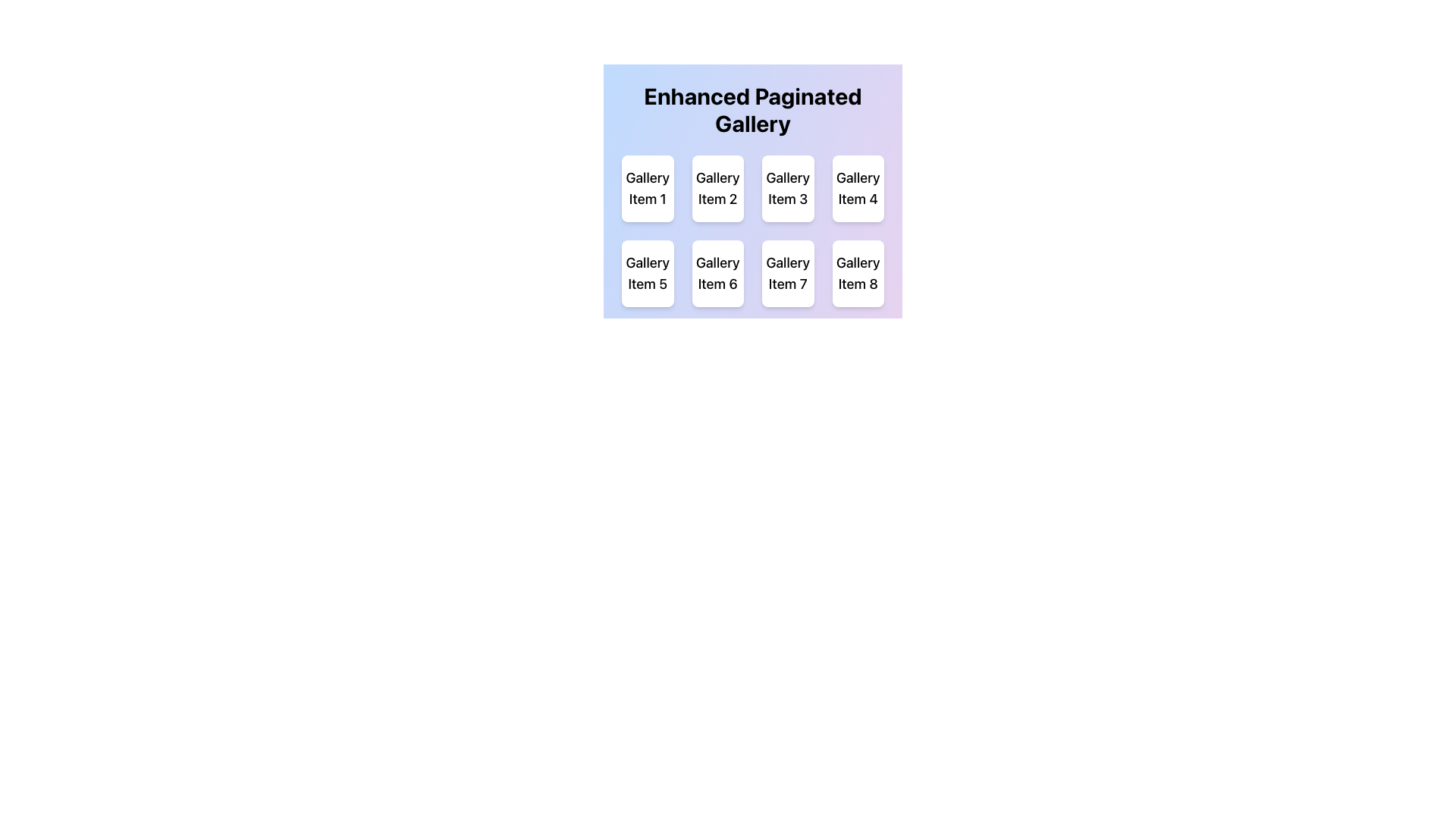 This screenshot has width=1456, height=819. Describe the element at coordinates (788, 274) in the screenshot. I see `the non-interactive informational card displaying 'Gallery Item 7' located in the second row, third column of the grid layout` at that location.